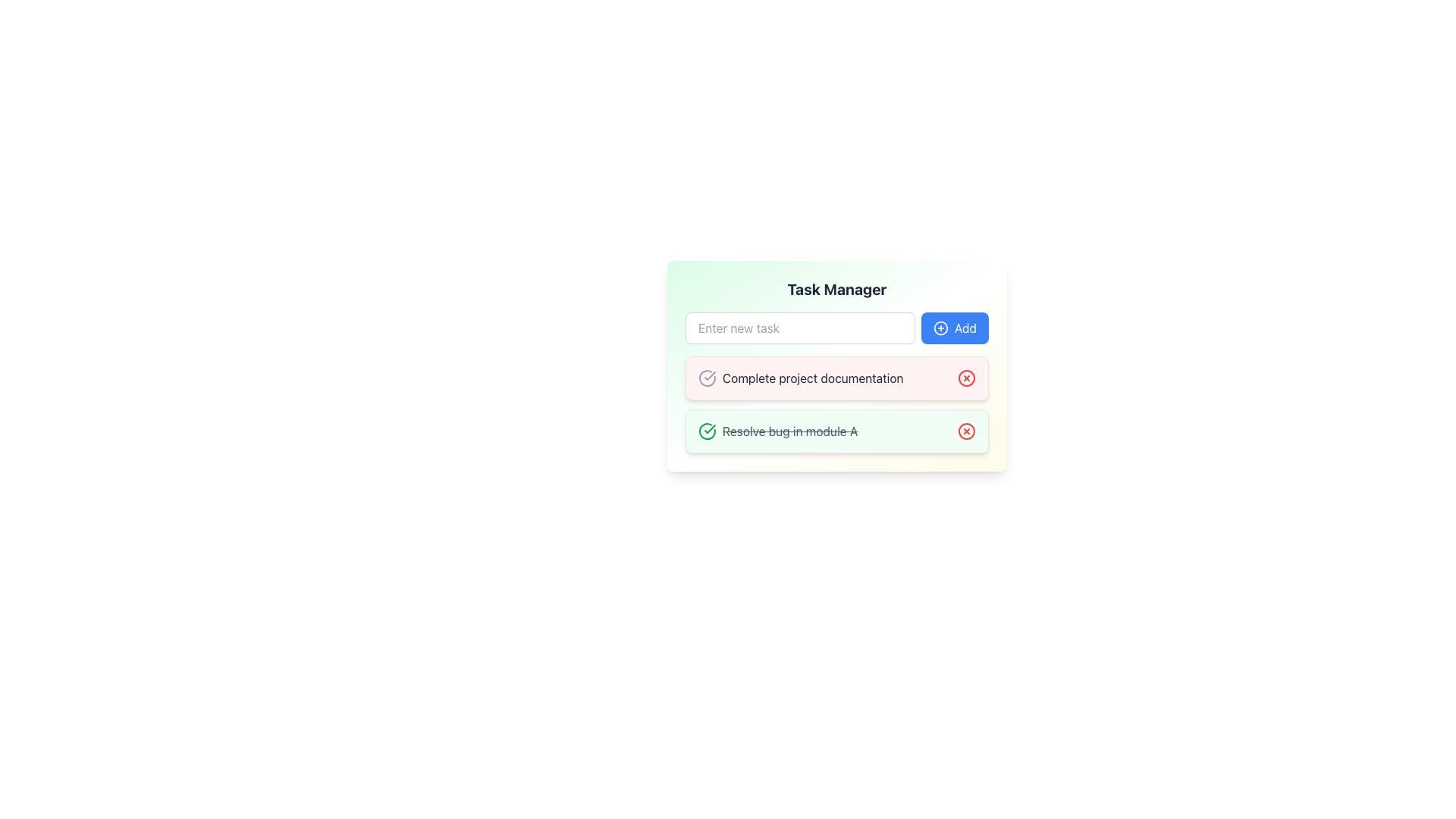  I want to click on the first task item in the task list, which allows users, so click(836, 382).